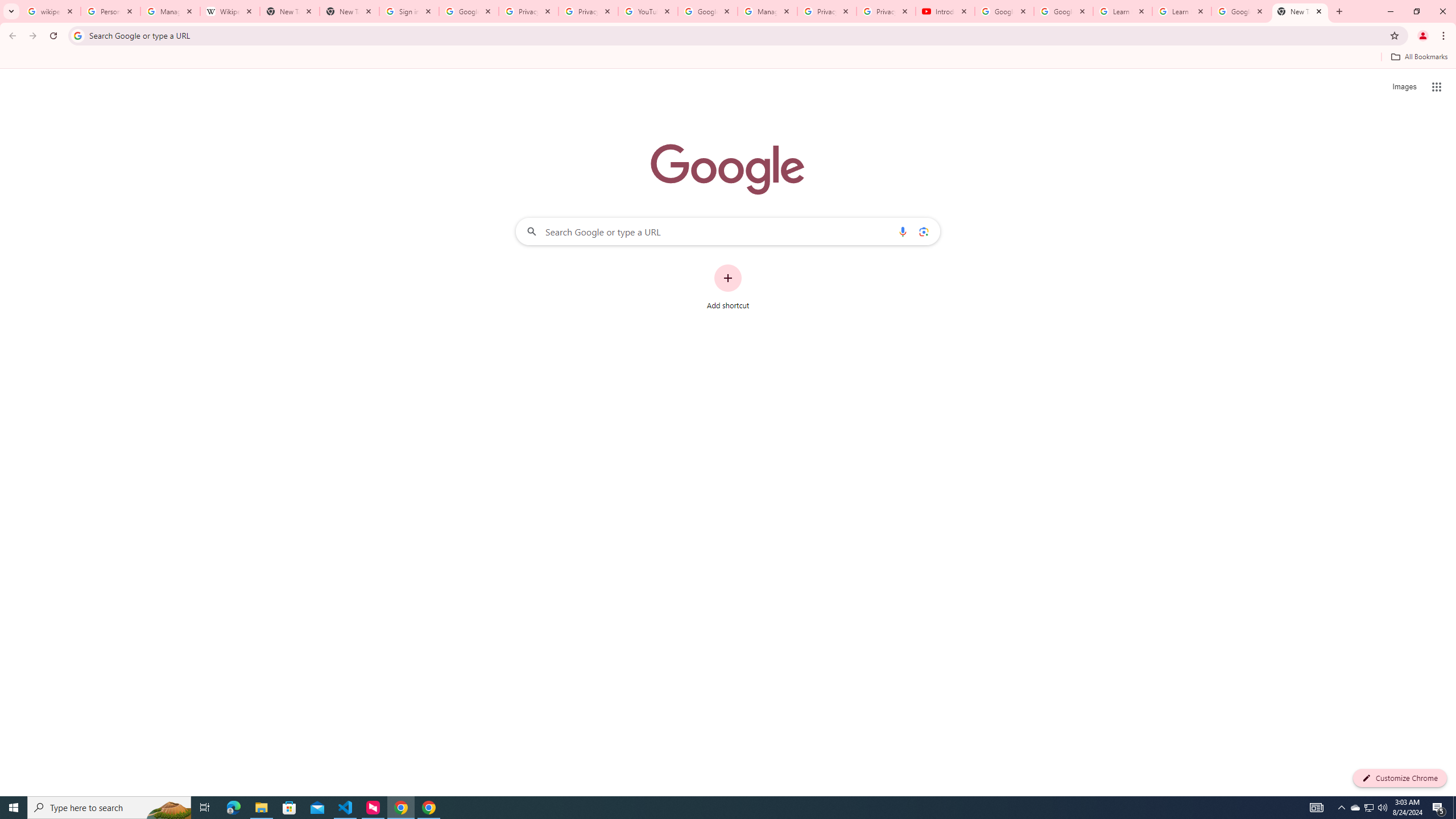 The width and height of the screenshot is (1456, 819). I want to click on 'Sign in - Google Accounts', so click(408, 11).